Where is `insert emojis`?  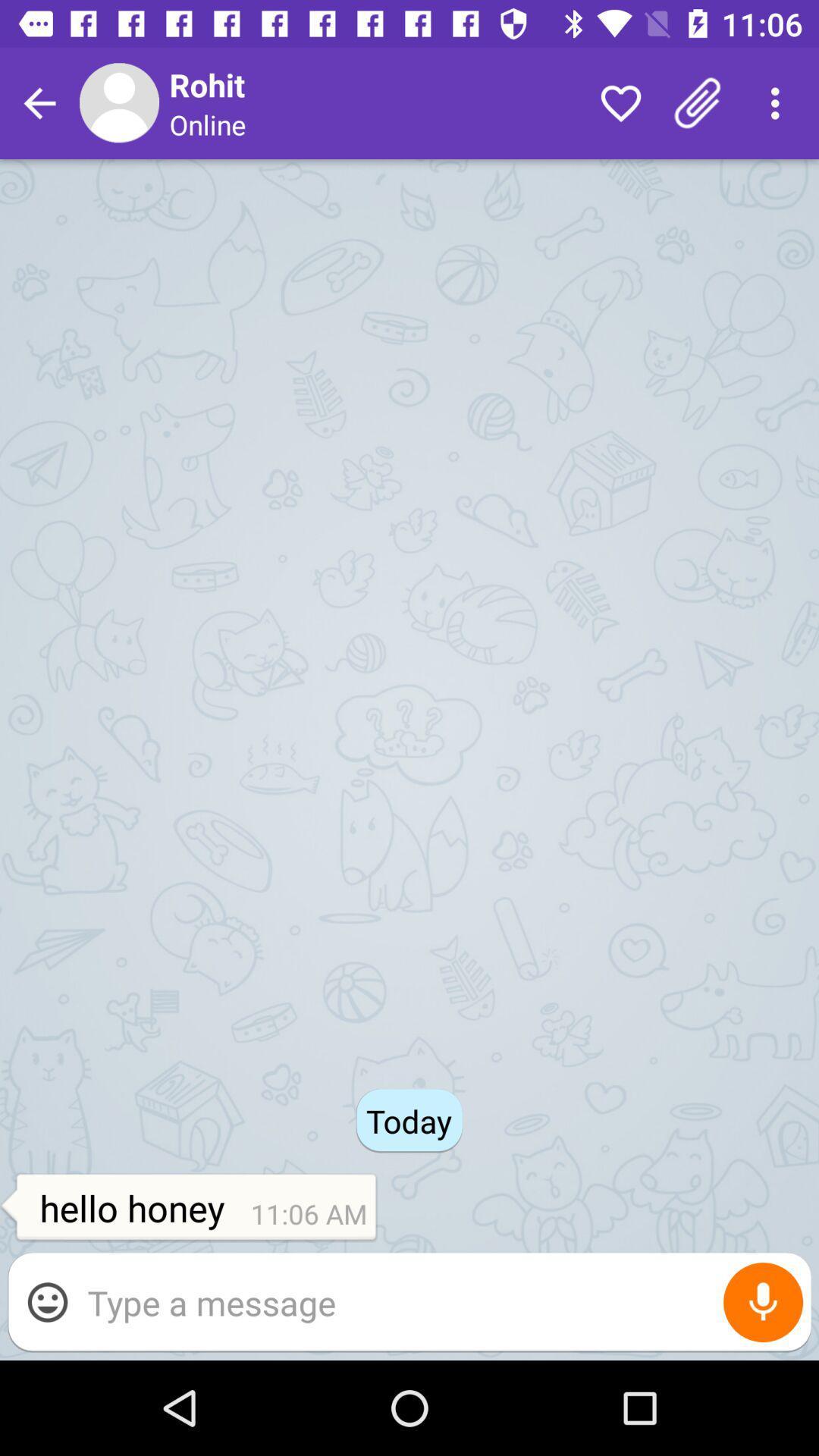
insert emojis is located at coordinates (46, 1301).